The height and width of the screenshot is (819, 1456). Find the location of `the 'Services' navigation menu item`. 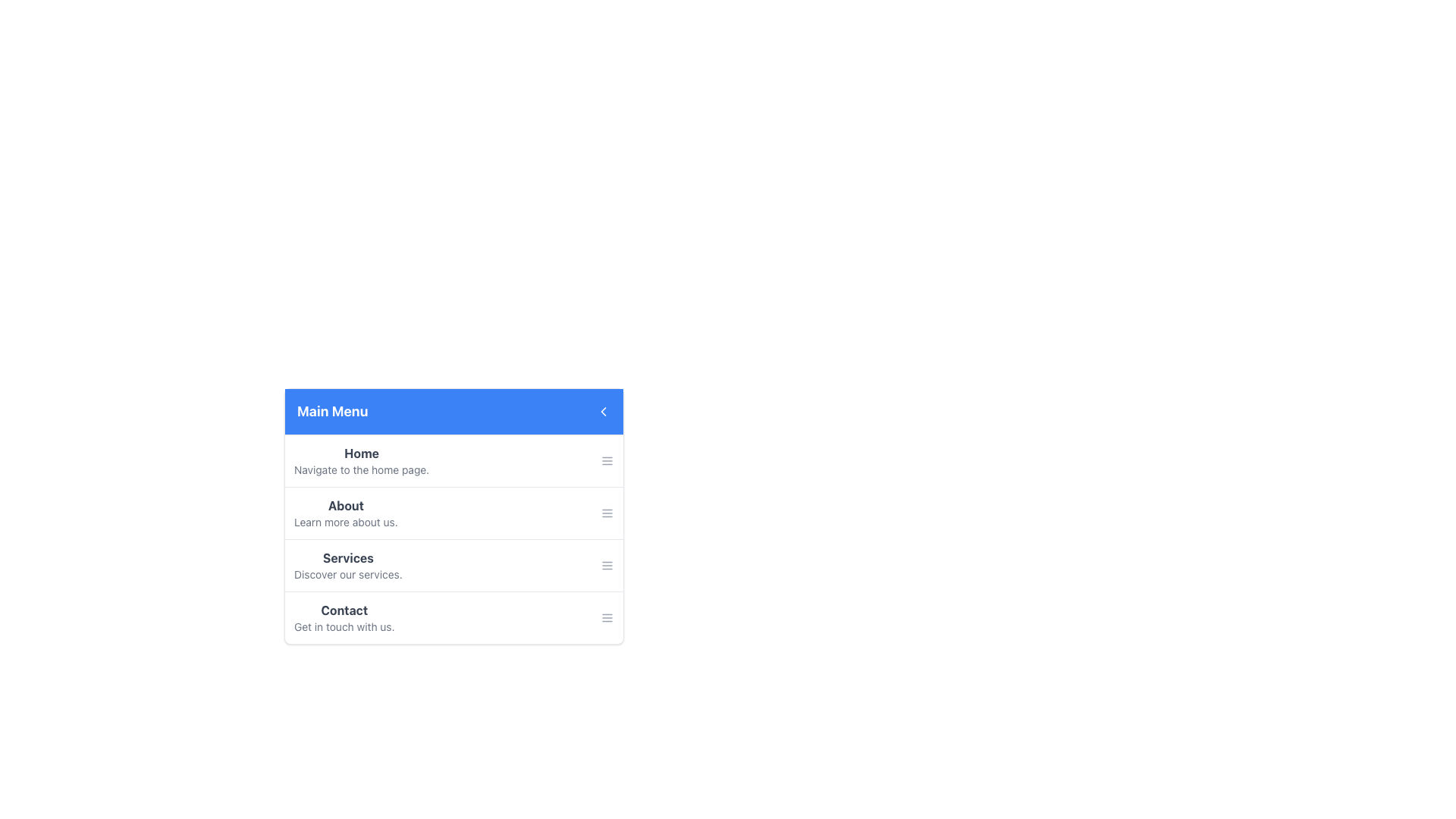

the 'Services' navigation menu item is located at coordinates (453, 558).